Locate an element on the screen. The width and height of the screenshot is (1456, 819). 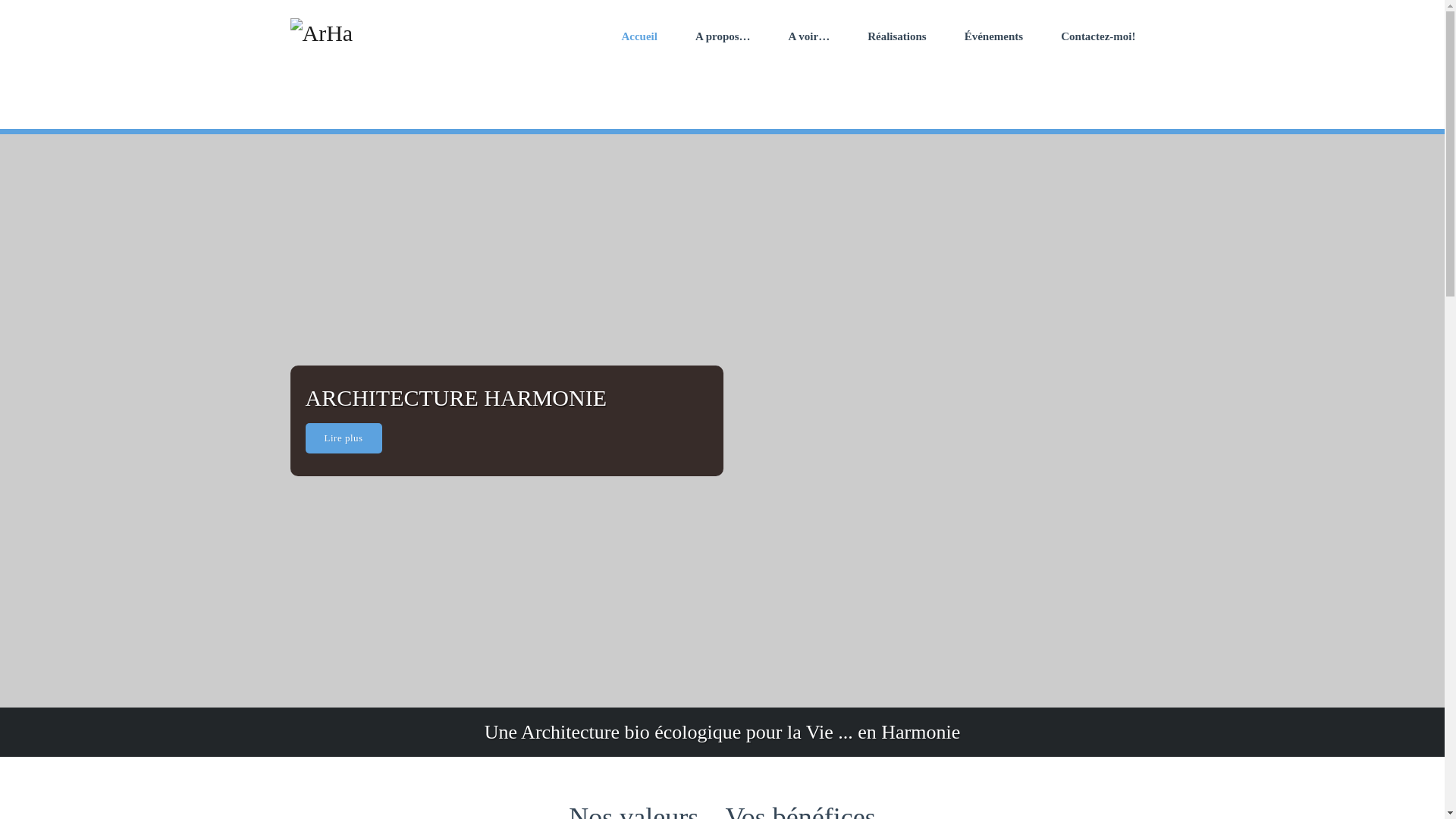
'Skip to content' is located at coordinates (0, 0).